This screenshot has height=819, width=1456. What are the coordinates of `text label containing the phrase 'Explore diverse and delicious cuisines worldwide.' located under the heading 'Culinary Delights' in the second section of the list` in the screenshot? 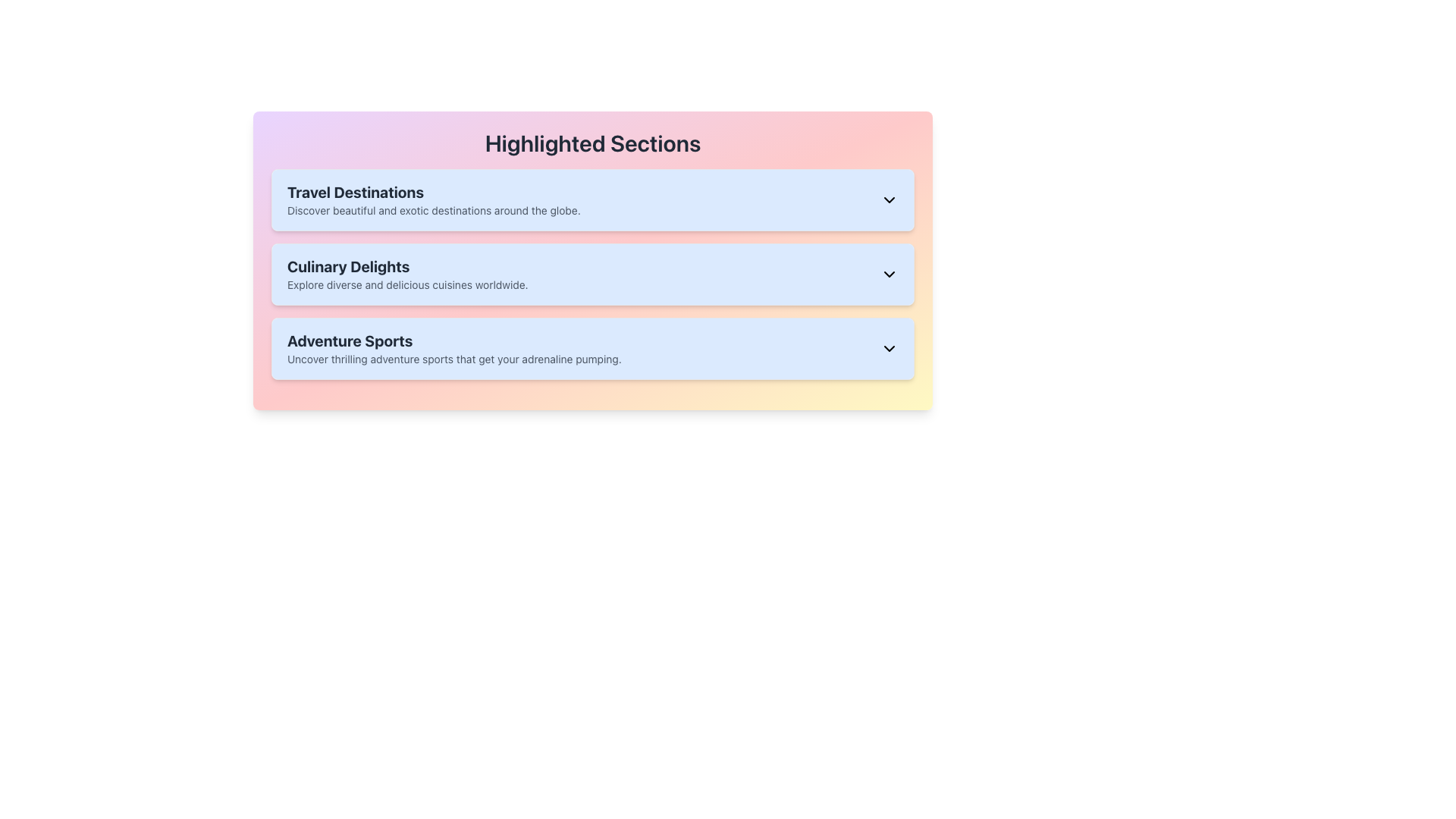 It's located at (407, 284).